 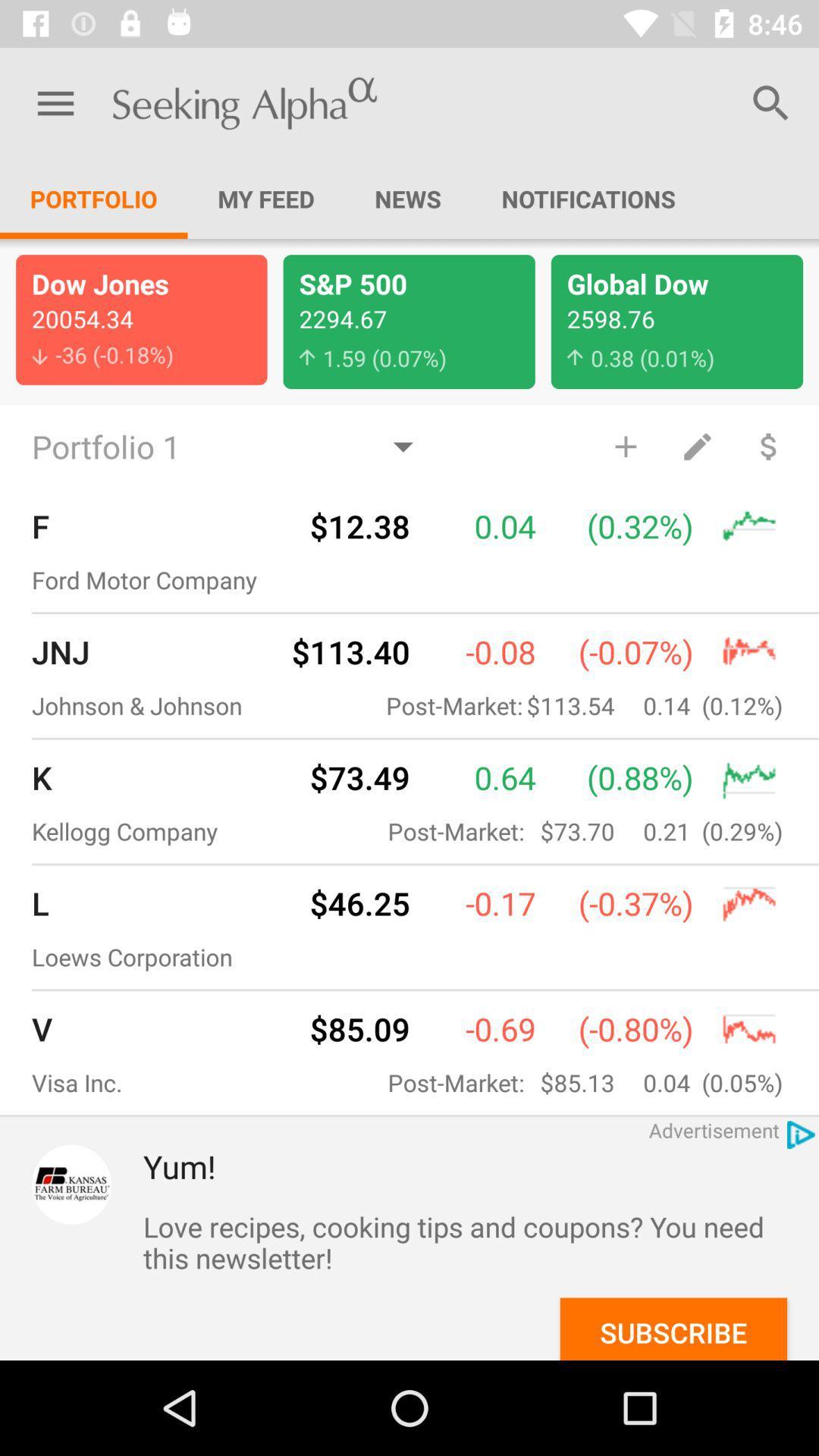 I want to click on the subscribe item, so click(x=673, y=1328).